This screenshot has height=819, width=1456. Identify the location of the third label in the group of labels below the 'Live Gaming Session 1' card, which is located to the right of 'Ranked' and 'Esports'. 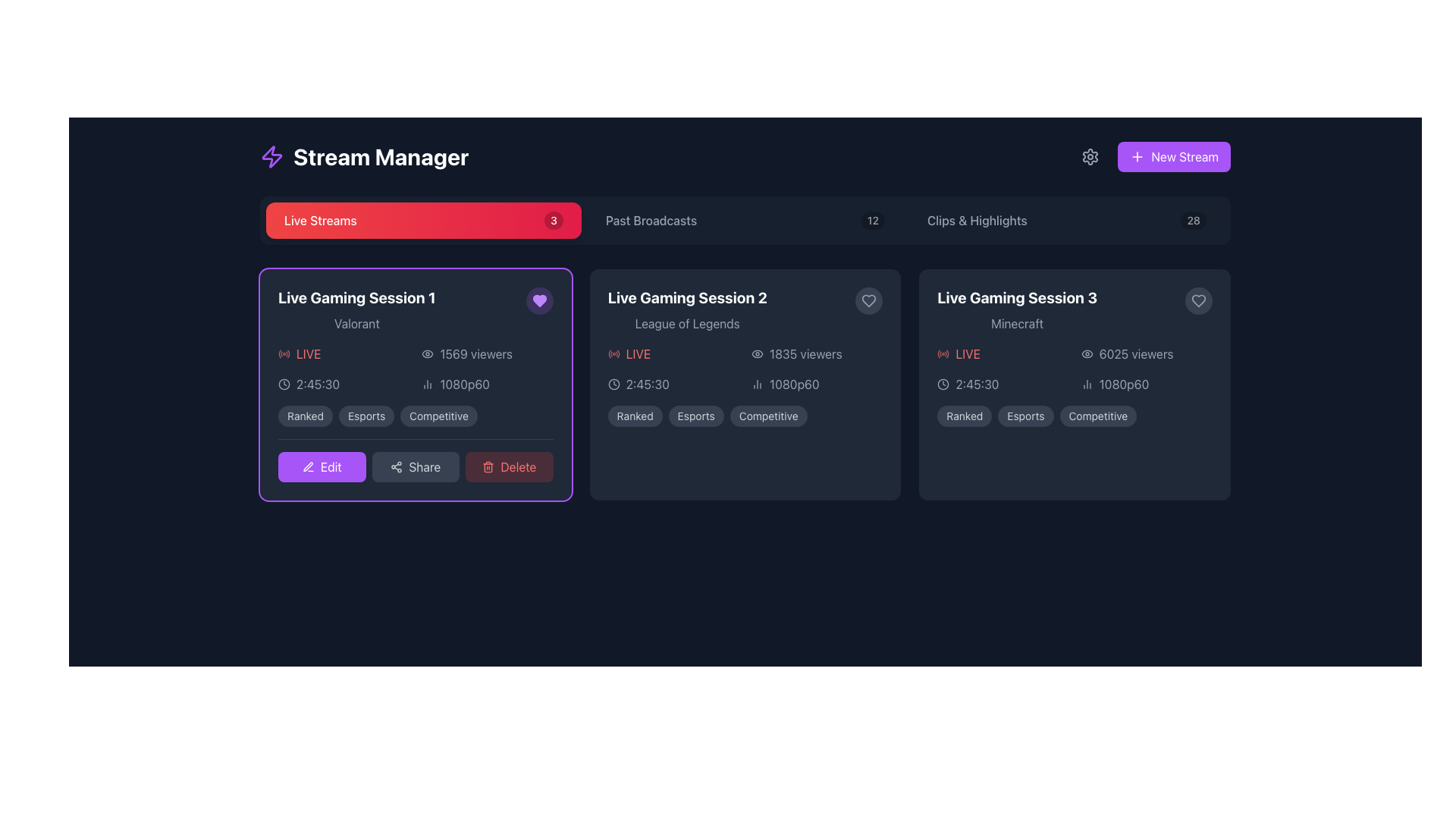
(438, 416).